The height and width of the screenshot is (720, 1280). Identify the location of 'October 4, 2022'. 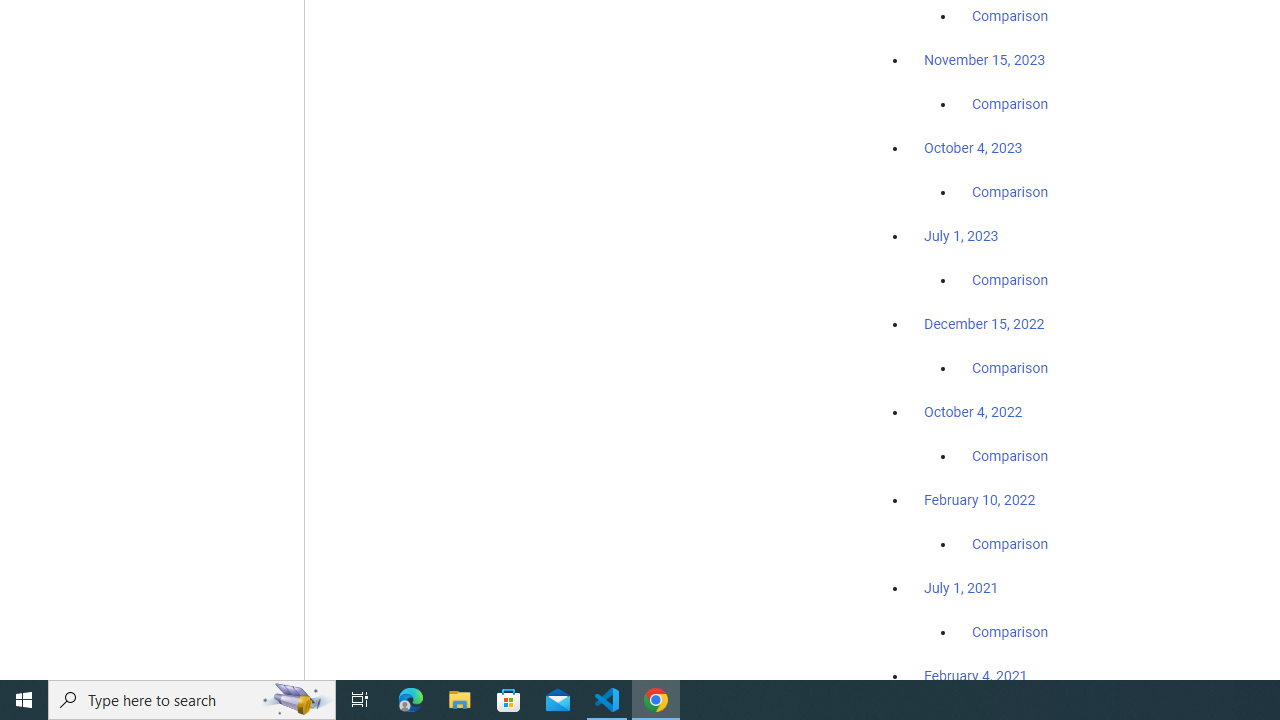
(973, 411).